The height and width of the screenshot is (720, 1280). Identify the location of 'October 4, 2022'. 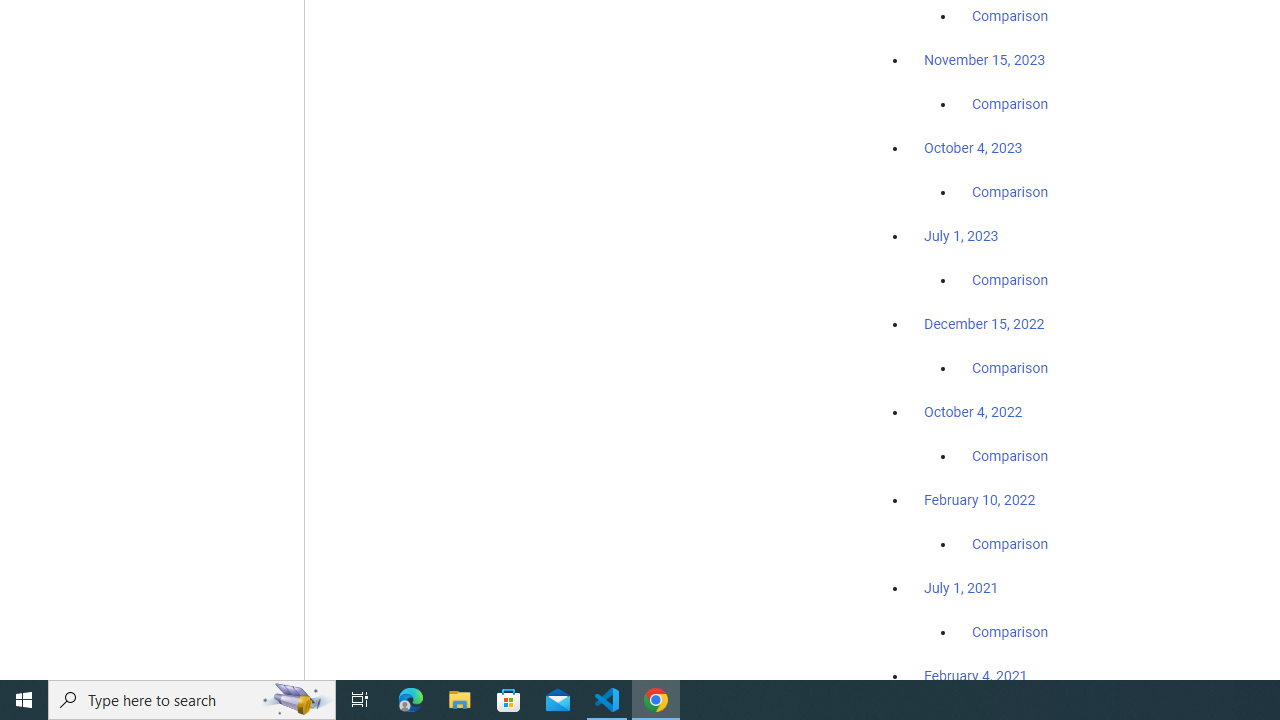
(973, 411).